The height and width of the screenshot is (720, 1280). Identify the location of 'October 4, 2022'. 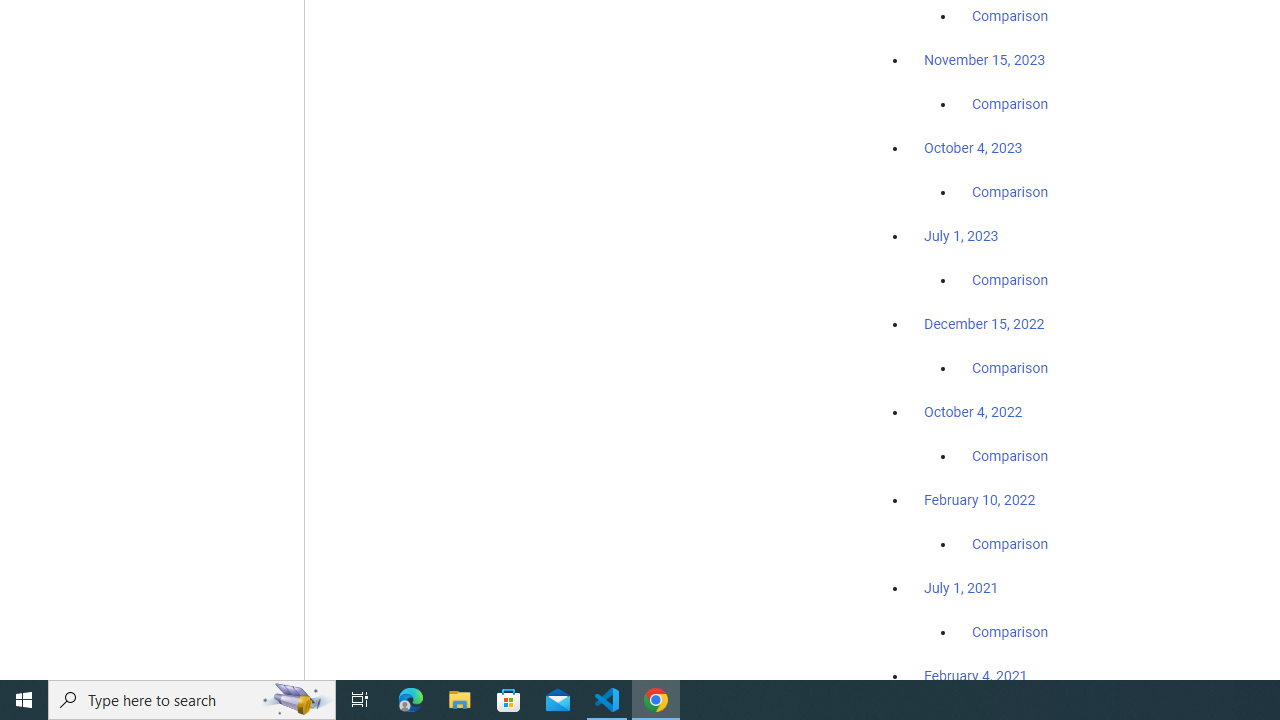
(973, 411).